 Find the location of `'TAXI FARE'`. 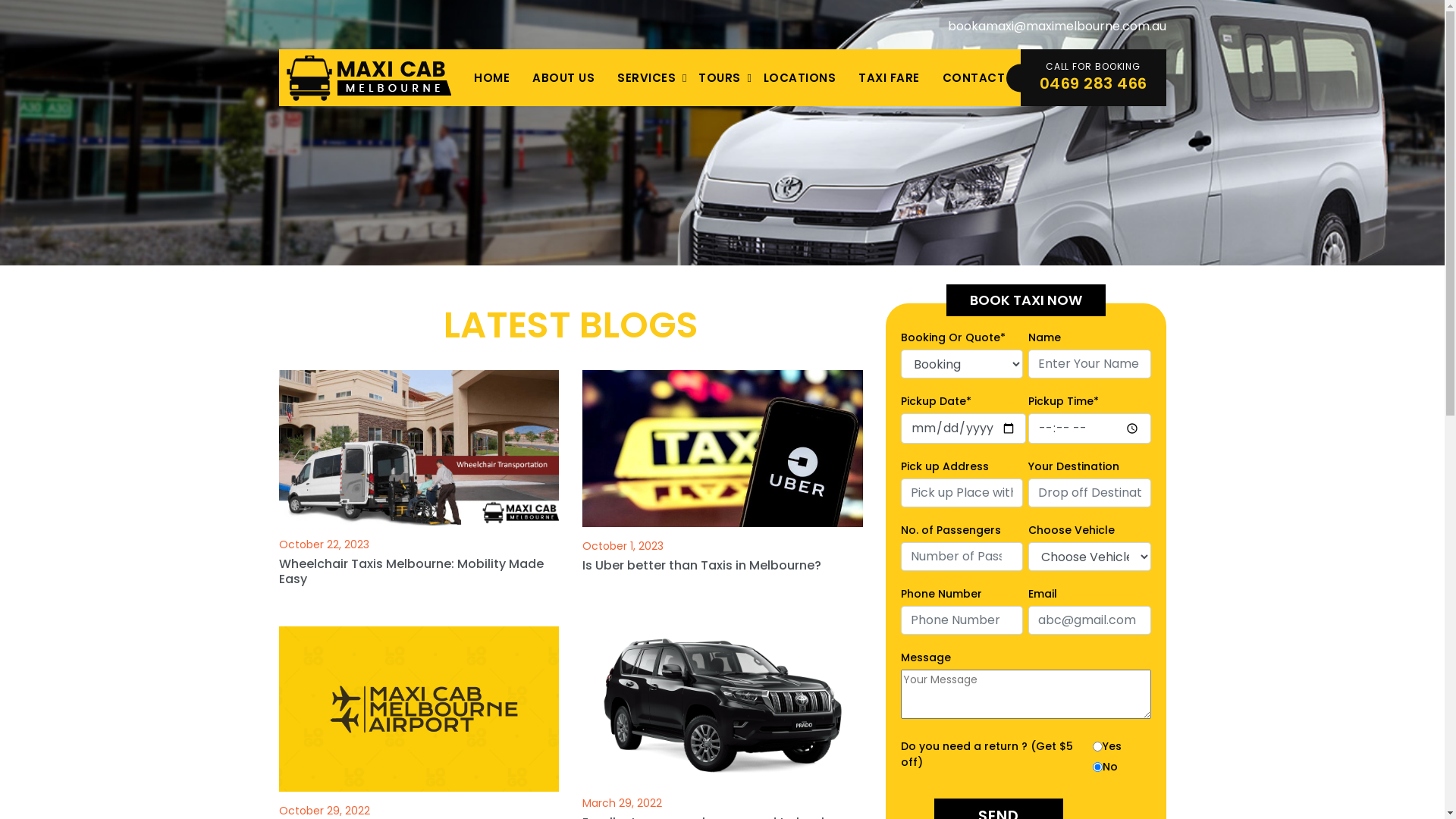

'TAXI FARE' is located at coordinates (889, 77).